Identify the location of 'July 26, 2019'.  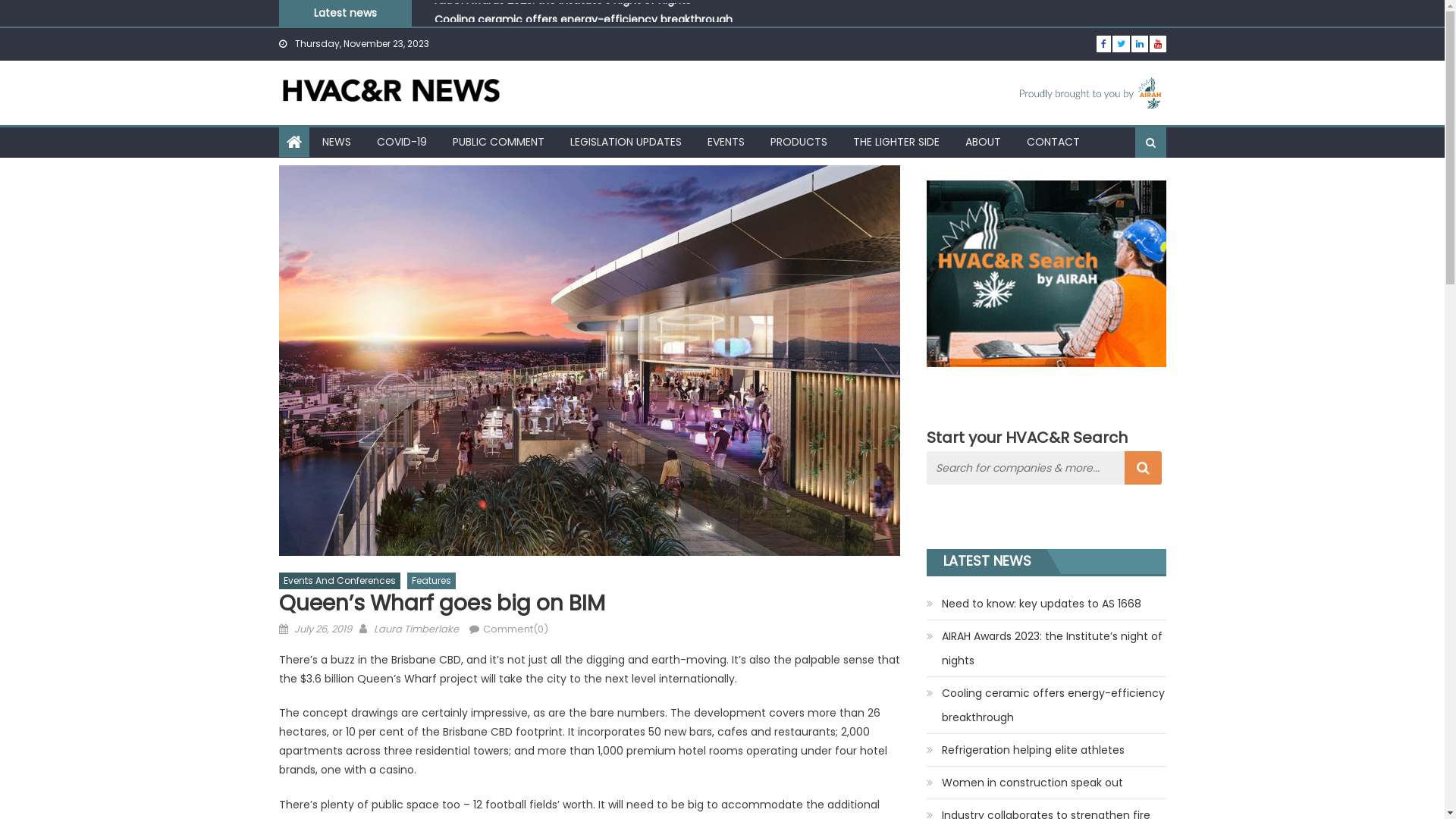
(294, 629).